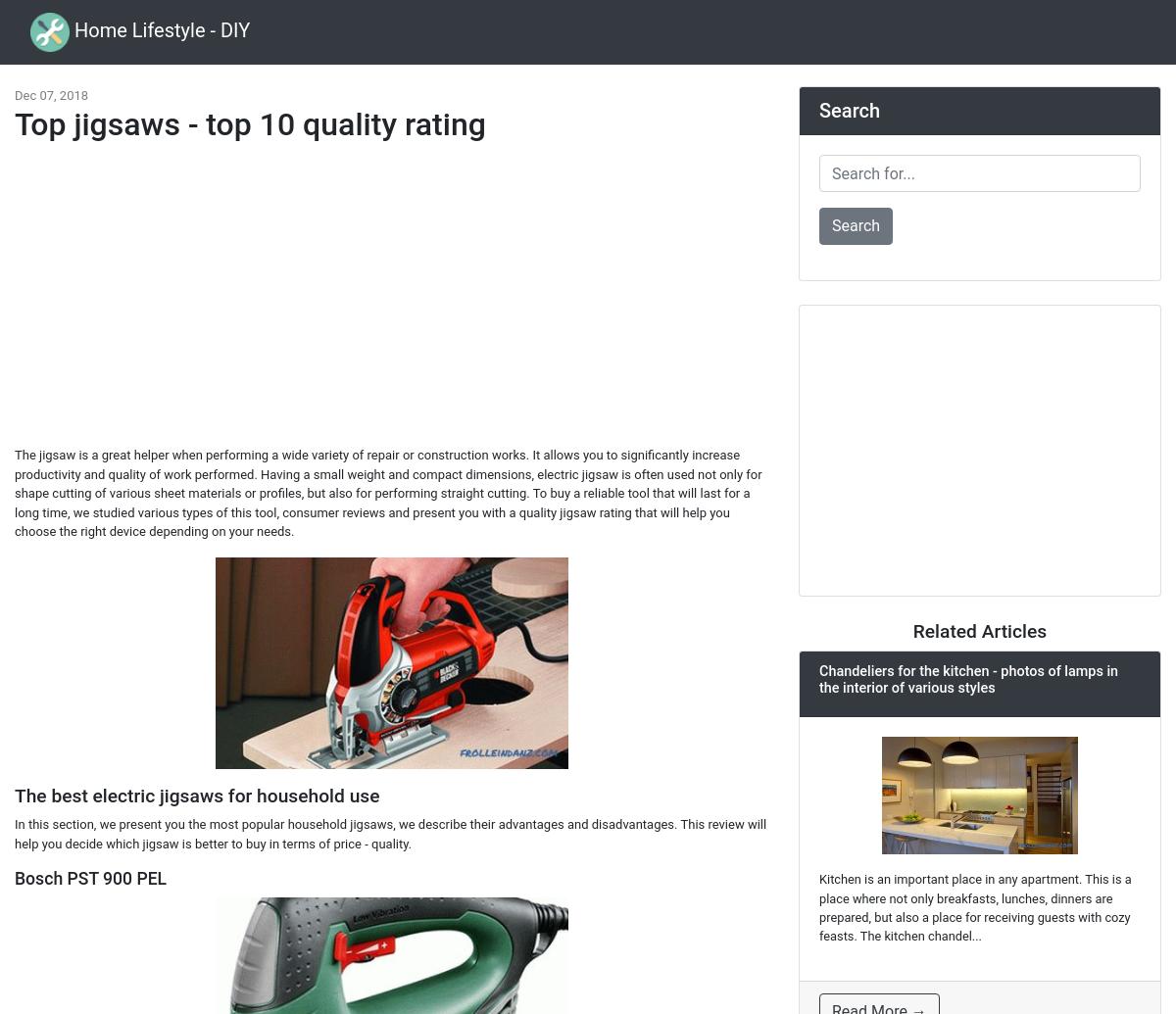 The width and height of the screenshot is (1176, 1014). Describe the element at coordinates (968, 678) in the screenshot. I see `'Chandeliers for the kitchen - photos of lamps in the interior of various styles'` at that location.